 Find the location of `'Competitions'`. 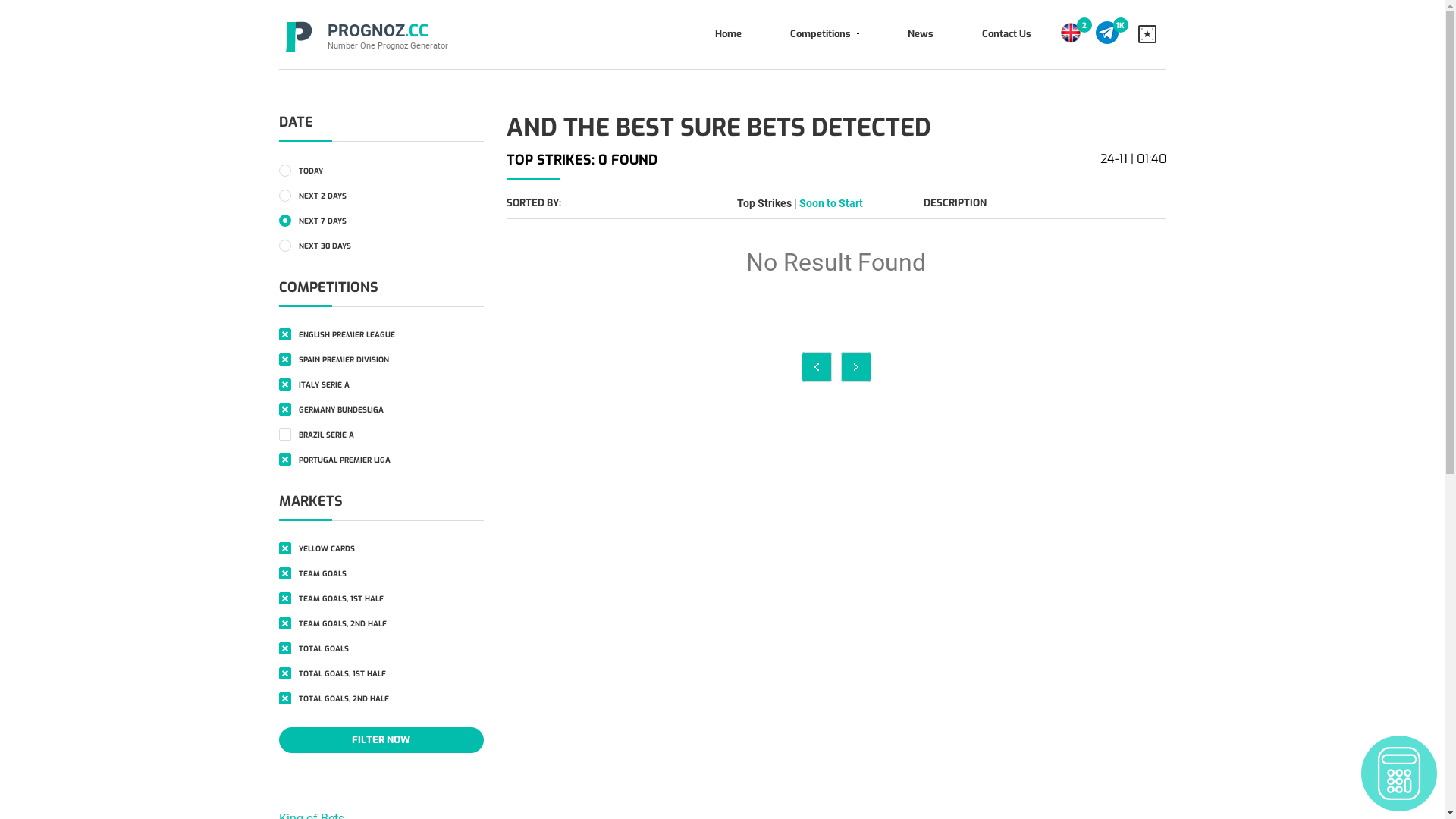

'Competitions' is located at coordinates (765, 34).